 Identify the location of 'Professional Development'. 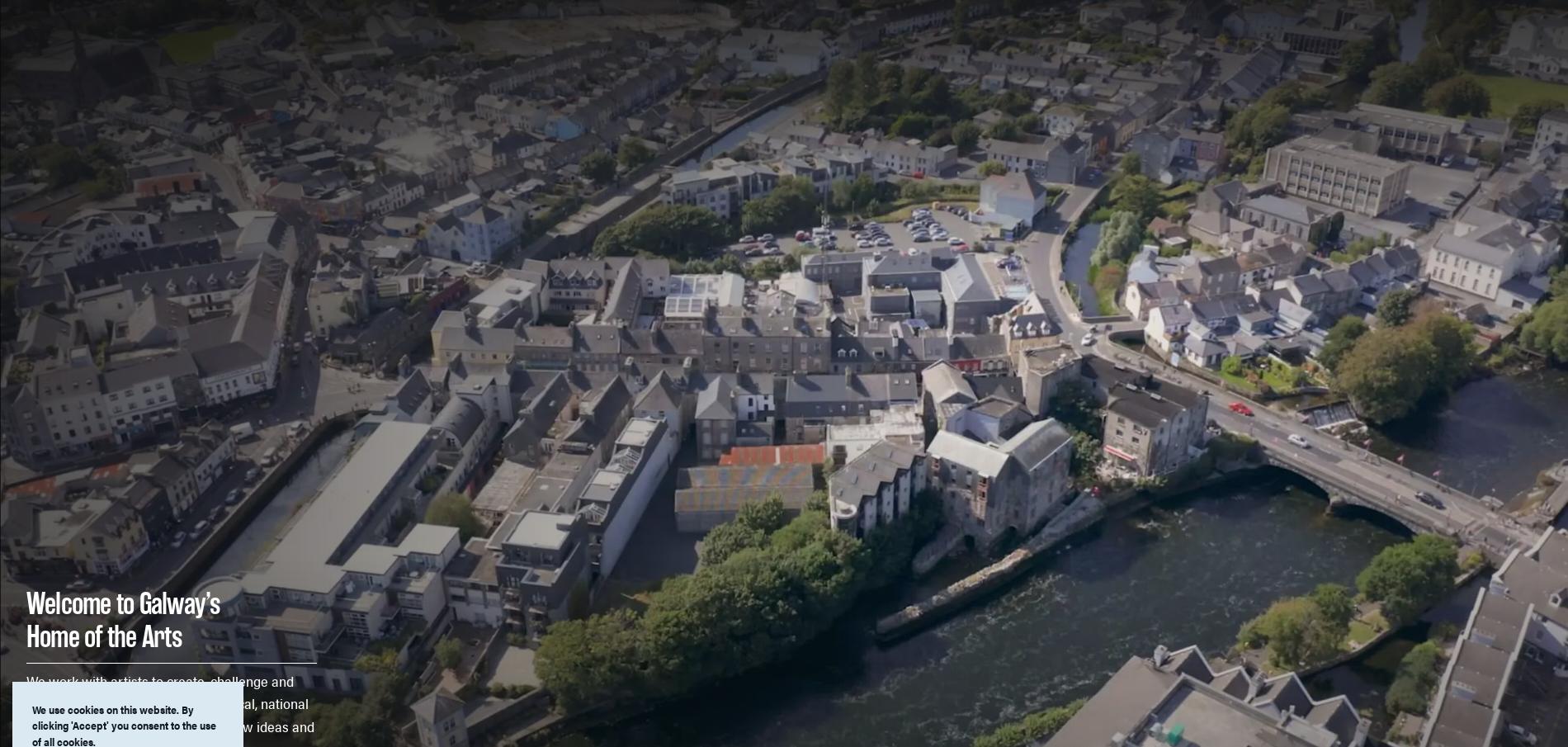
(1197, 73).